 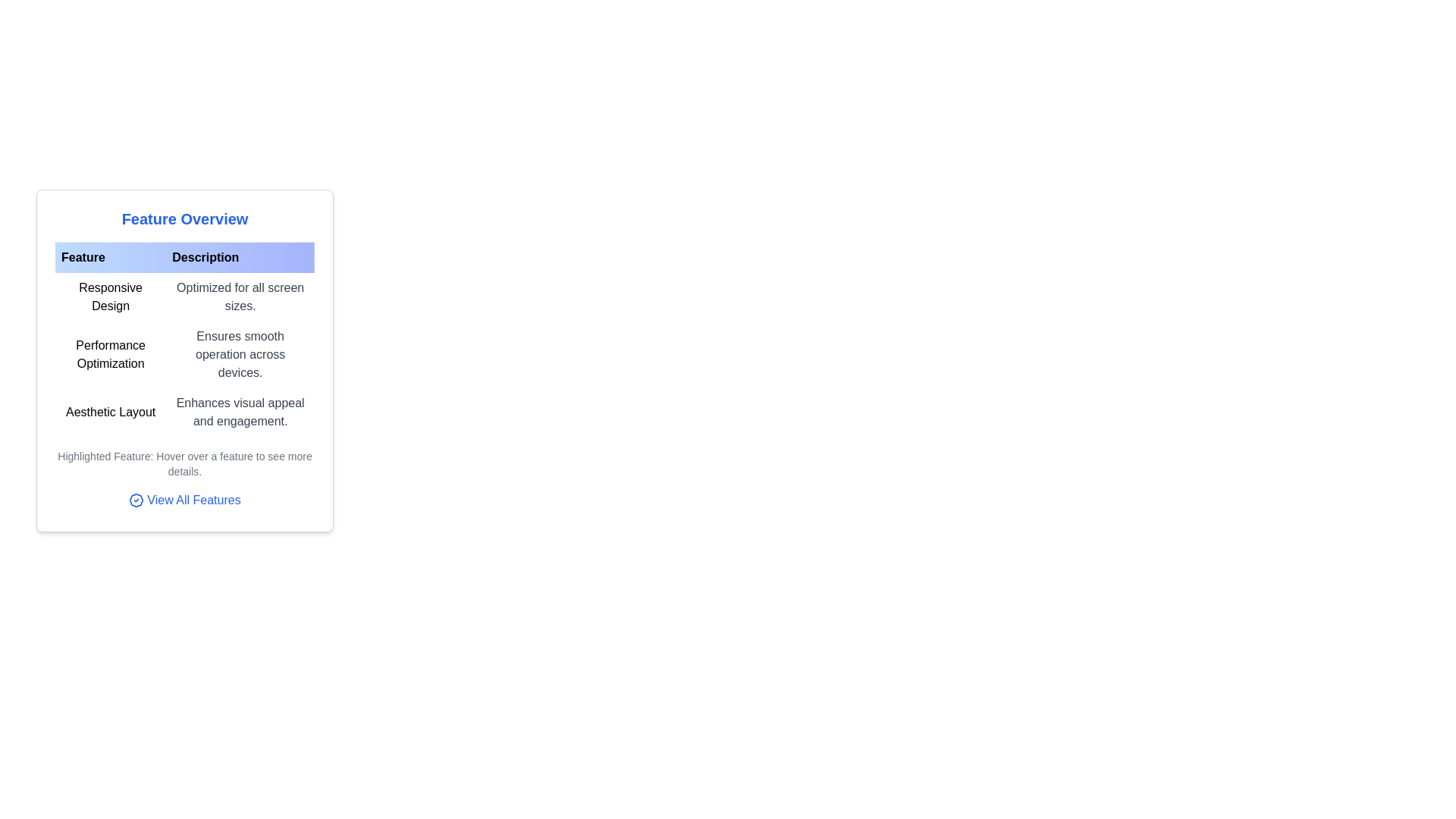 I want to click on the 'Performance Optimization' feature title in the feature grid, which is visually bolded and aligned on the left, so click(x=184, y=354).